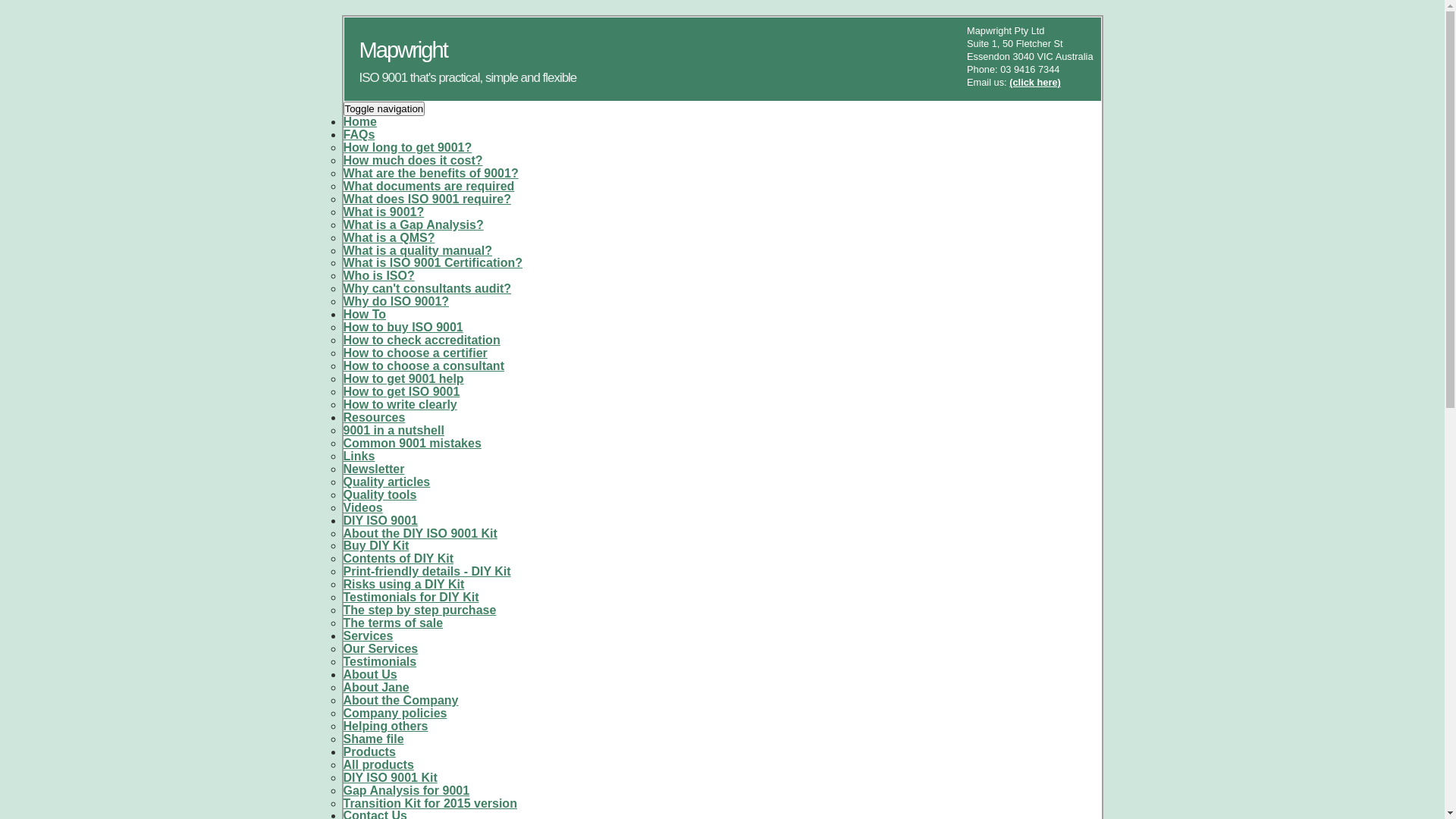 The width and height of the screenshot is (1456, 819). What do you see at coordinates (388, 237) in the screenshot?
I see `'What is a QMS?'` at bounding box center [388, 237].